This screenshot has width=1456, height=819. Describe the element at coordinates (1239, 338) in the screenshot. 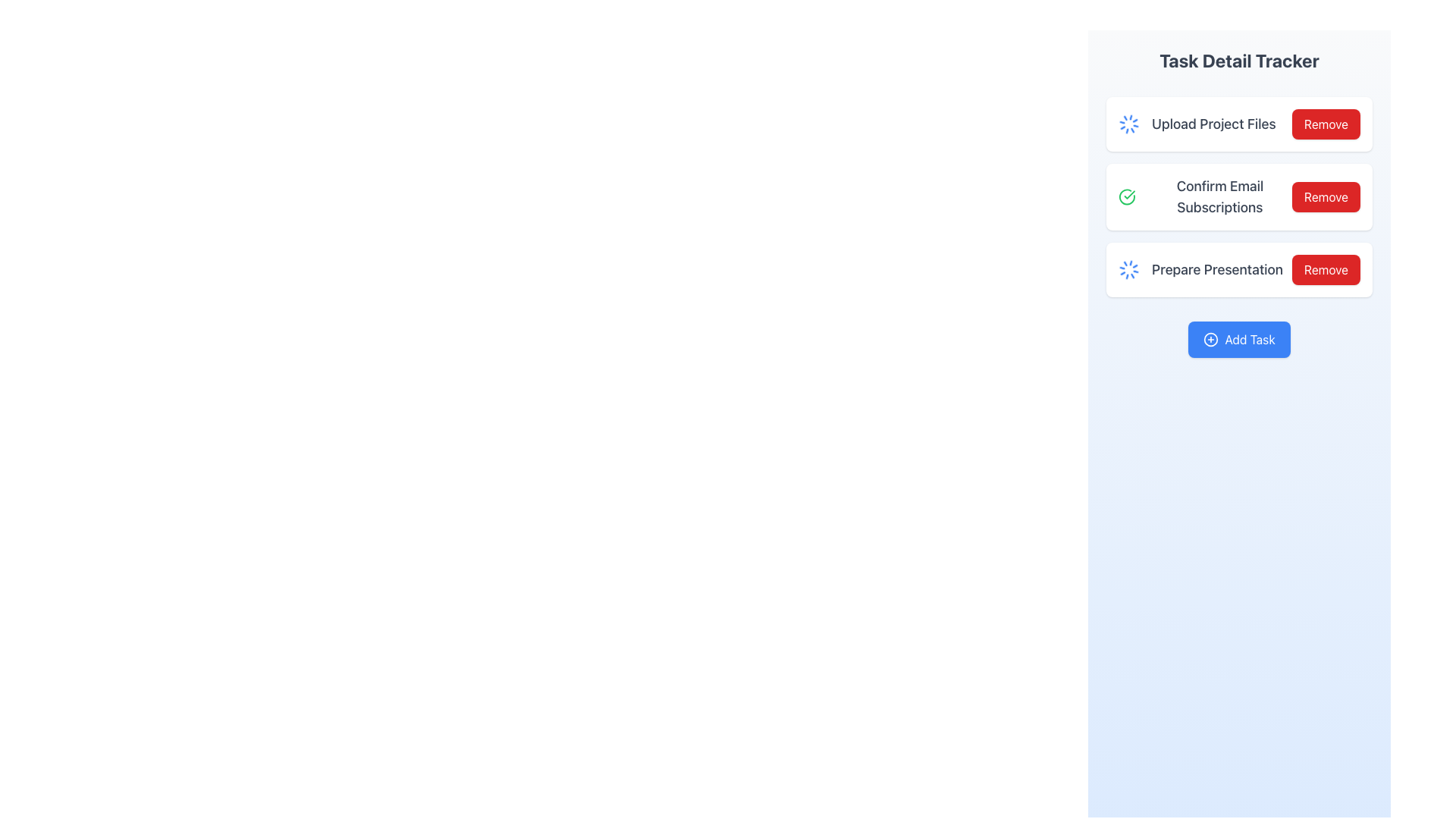

I see `the 'Add Task' button located centrally in the bottom segment of the 'Task Detail Tracker' panel` at that location.